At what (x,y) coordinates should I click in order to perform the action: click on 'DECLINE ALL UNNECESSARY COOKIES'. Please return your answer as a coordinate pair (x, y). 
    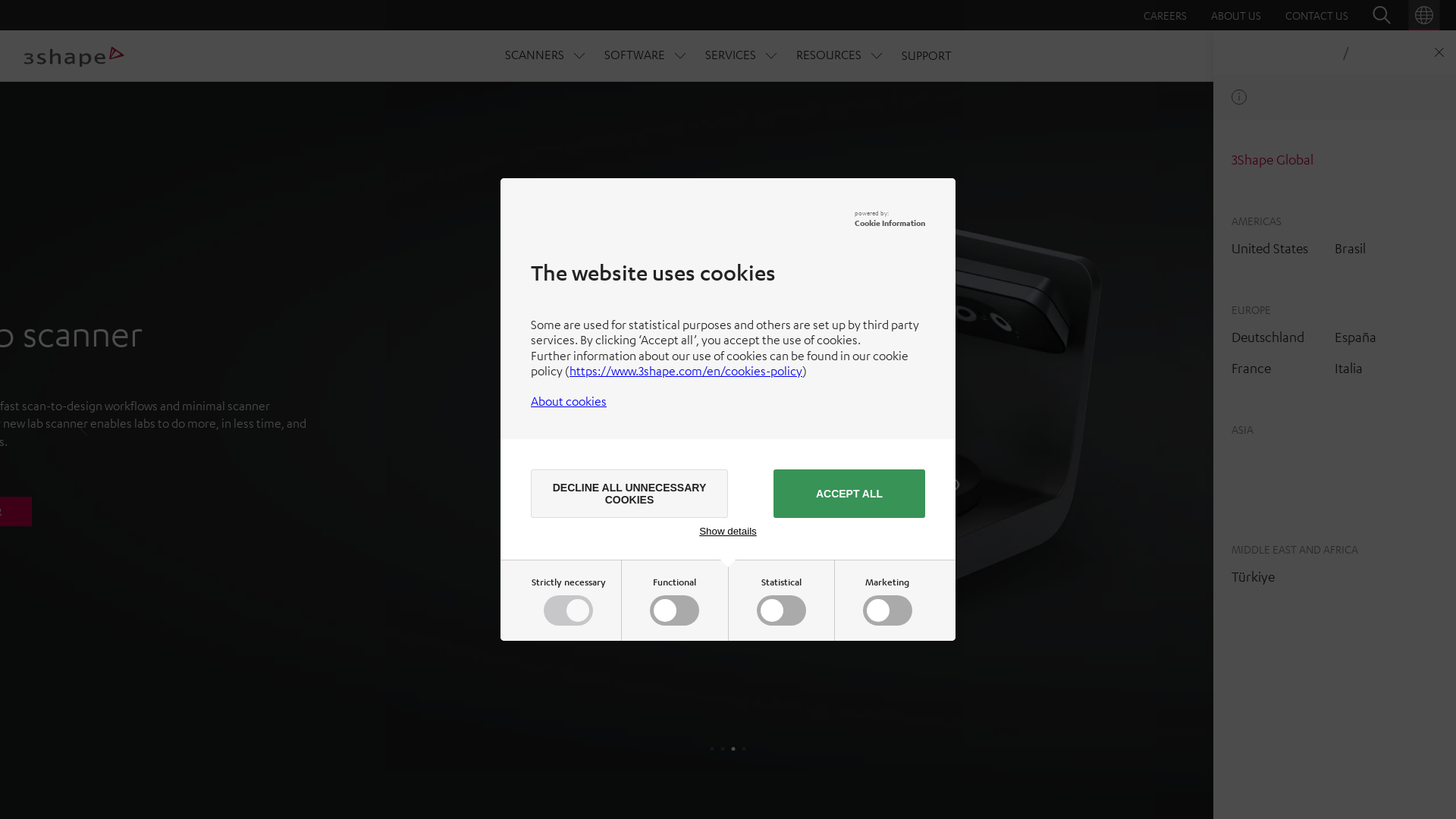
    Looking at the image, I should click on (629, 494).